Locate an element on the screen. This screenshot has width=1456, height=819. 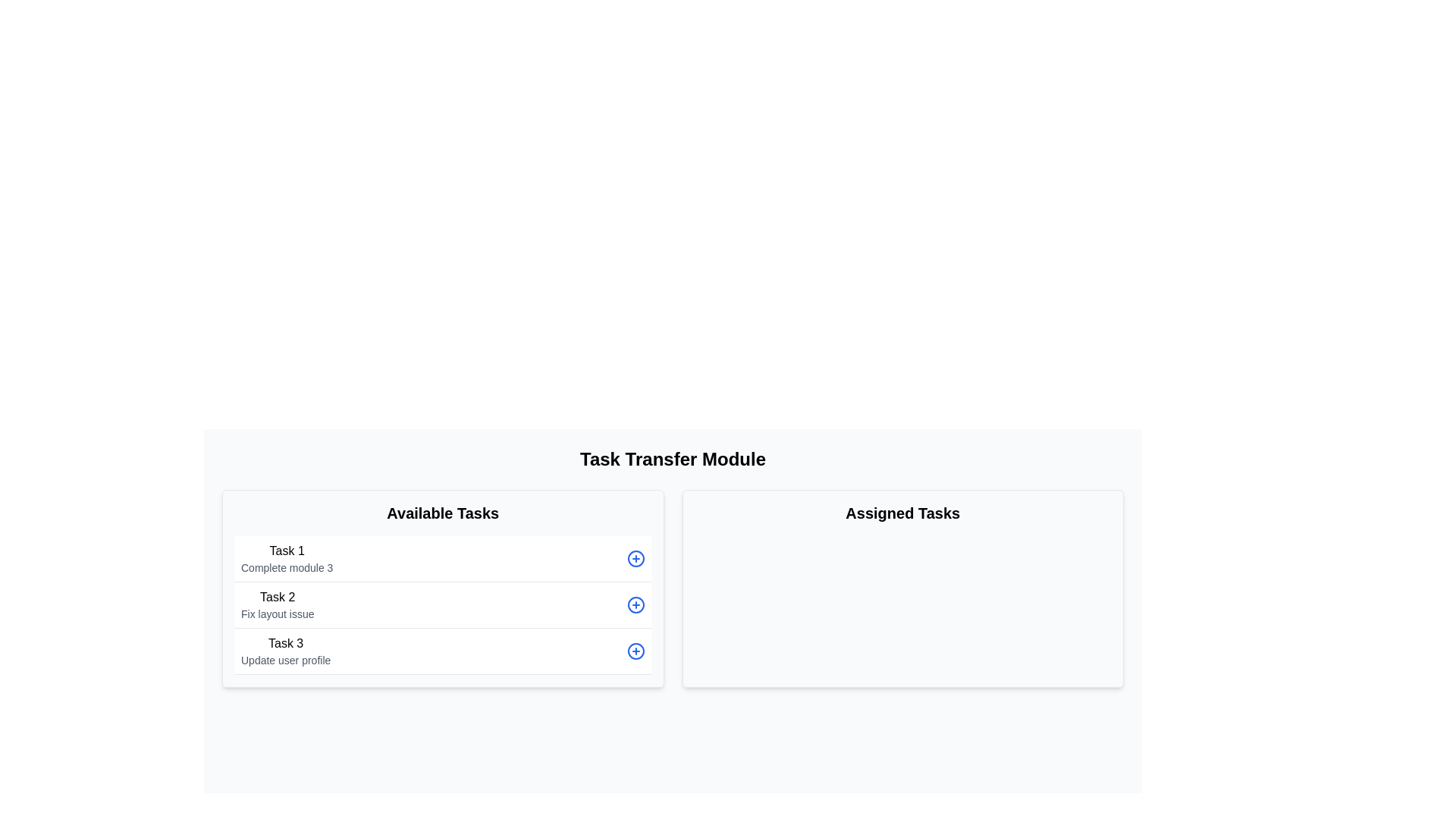
the 'Task 2' text label in the 'Available Tasks' section, which serves as a header for the list item above the description 'Fix layout issue' is located at coordinates (278, 596).